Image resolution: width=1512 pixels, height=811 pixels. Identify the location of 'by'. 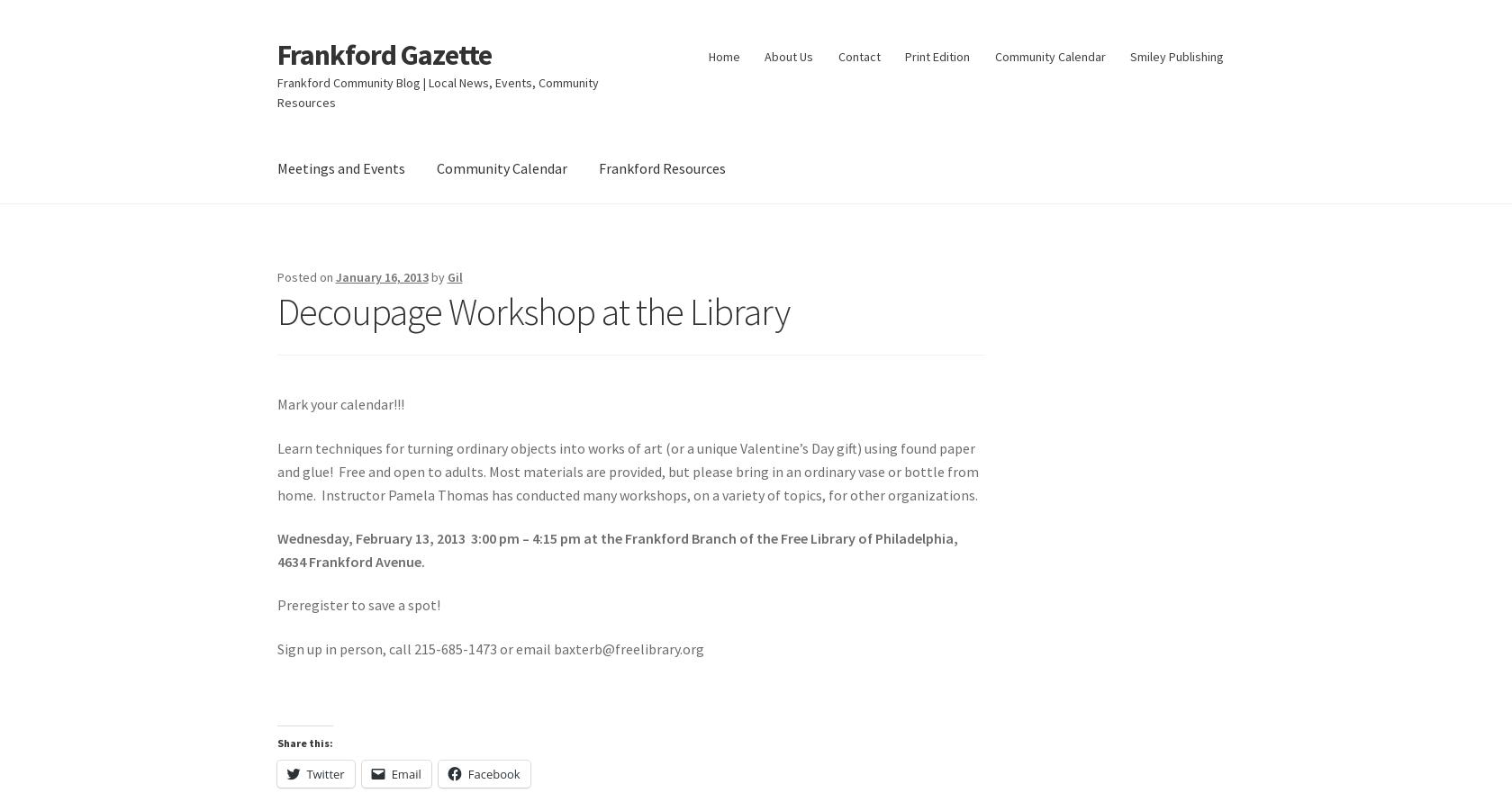
(439, 276).